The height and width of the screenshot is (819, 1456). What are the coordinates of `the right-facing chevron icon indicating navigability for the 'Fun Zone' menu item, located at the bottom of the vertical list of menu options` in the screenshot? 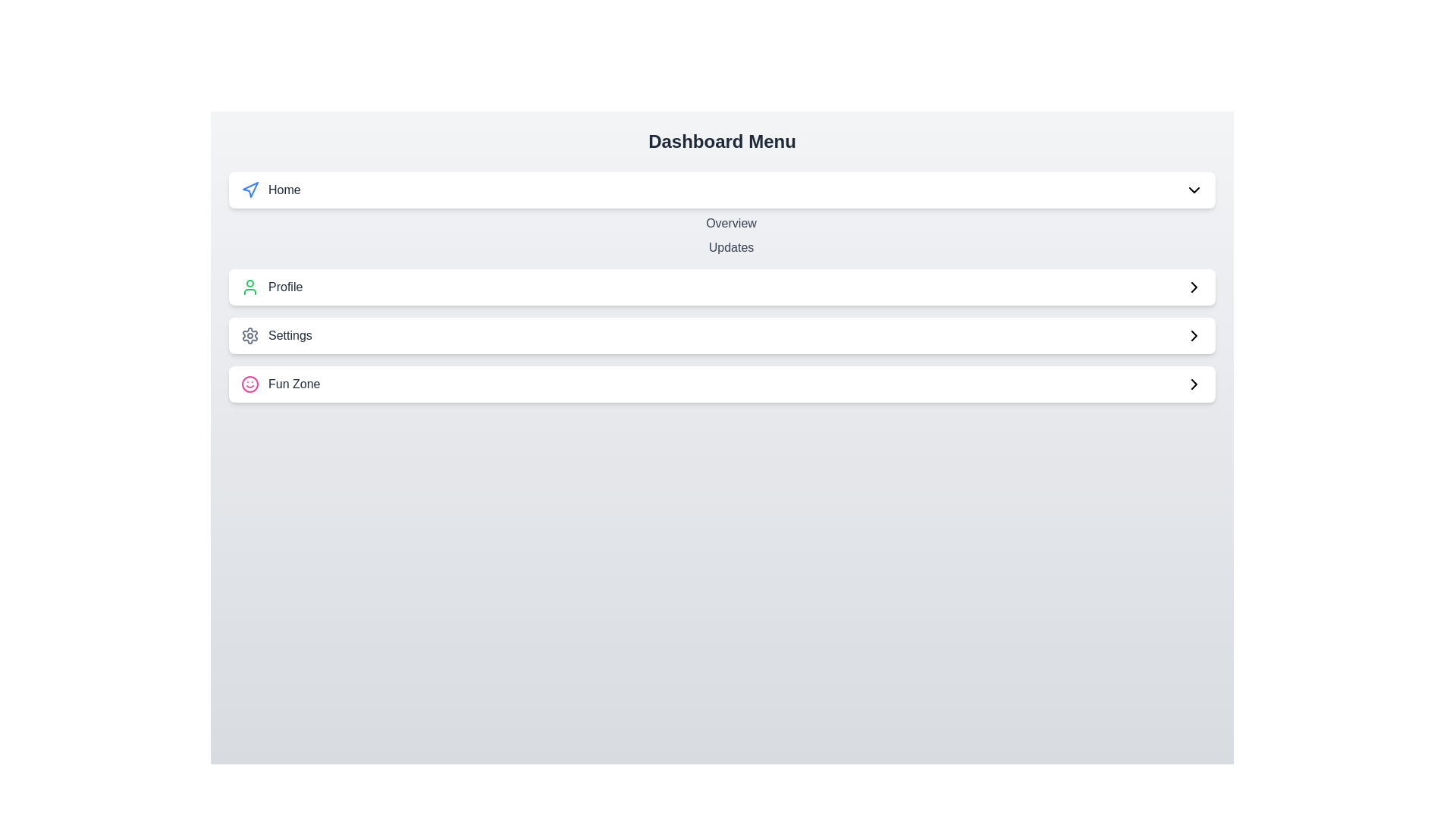 It's located at (1193, 383).